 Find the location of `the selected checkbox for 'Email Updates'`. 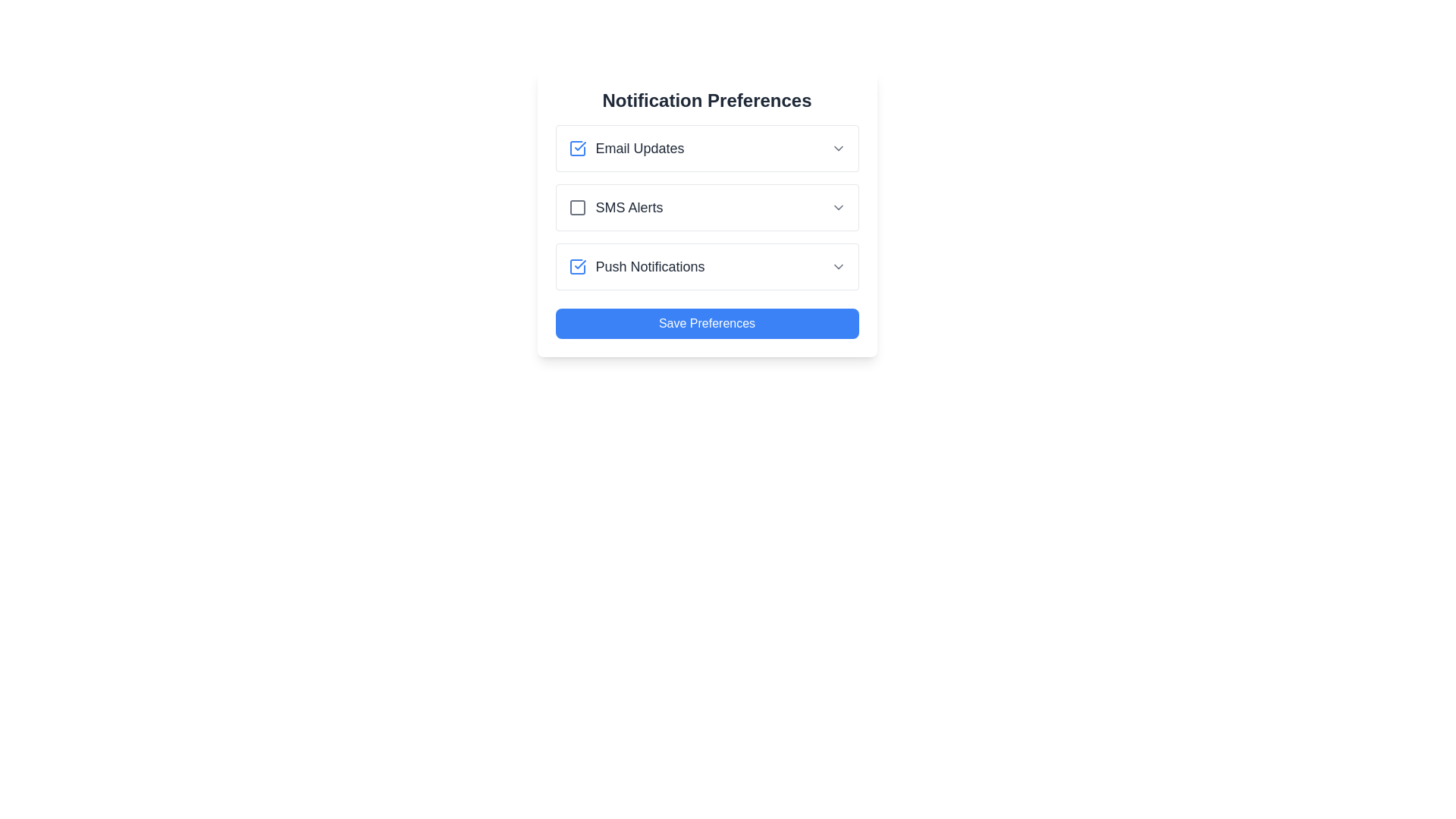

the selected checkbox for 'Email Updates' is located at coordinates (576, 149).